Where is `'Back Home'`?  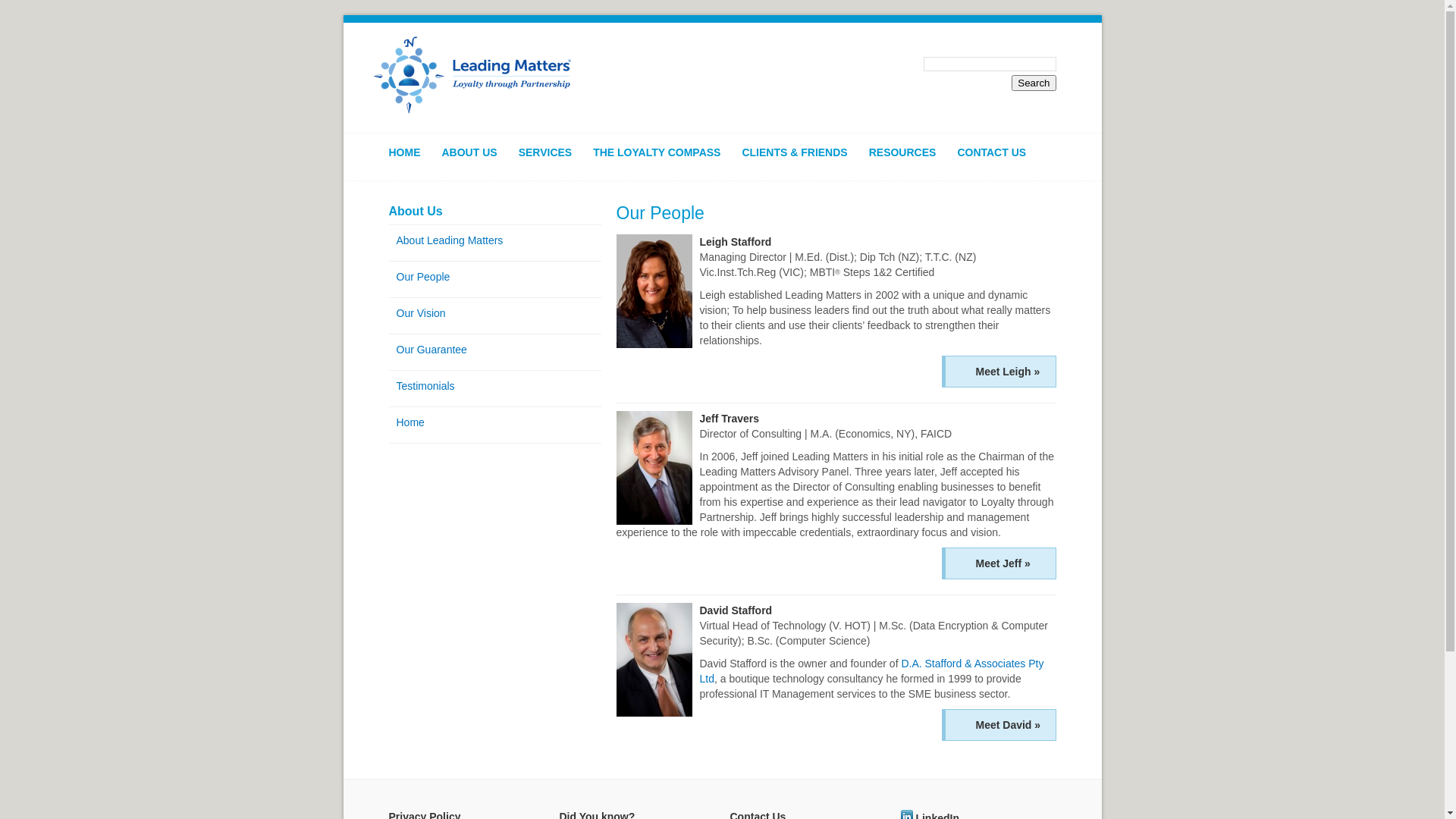 'Back Home' is located at coordinates (472, 76).